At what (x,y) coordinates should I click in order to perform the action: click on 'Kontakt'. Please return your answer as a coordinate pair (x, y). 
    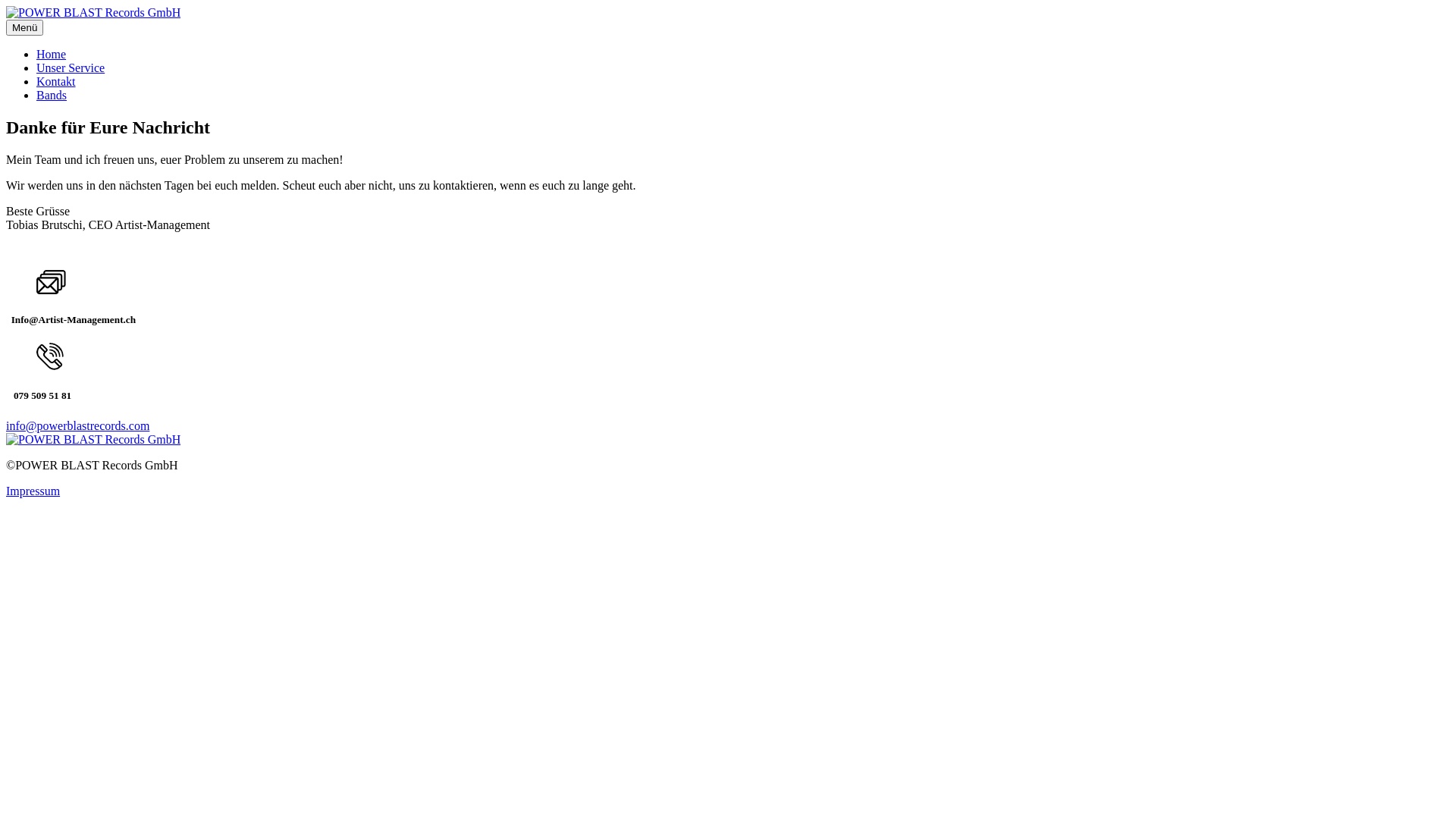
    Looking at the image, I should click on (55, 81).